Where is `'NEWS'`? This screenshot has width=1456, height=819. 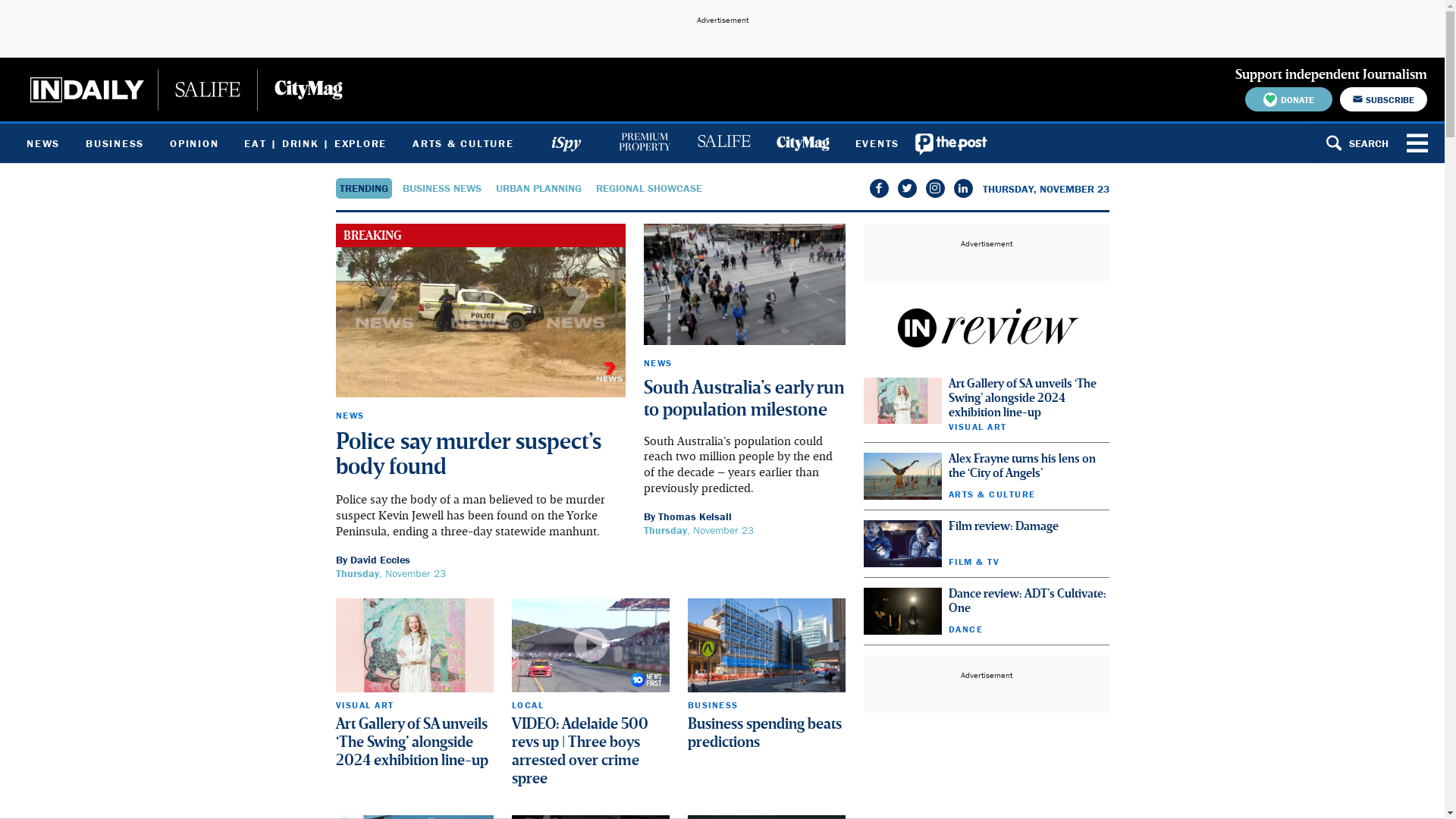
'NEWS' is located at coordinates (348, 415).